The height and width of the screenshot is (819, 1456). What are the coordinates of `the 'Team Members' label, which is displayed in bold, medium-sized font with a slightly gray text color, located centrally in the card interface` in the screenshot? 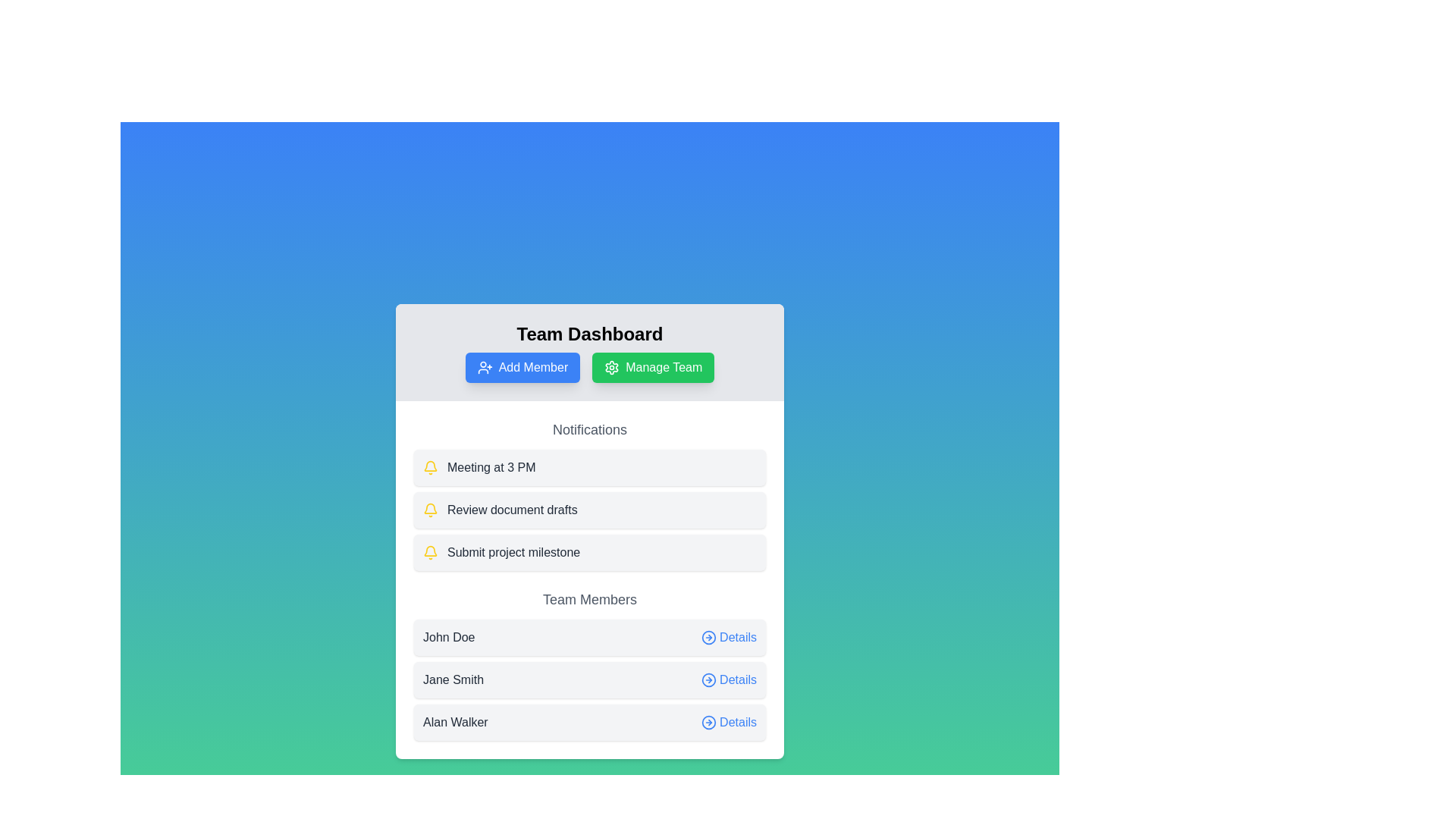 It's located at (588, 598).